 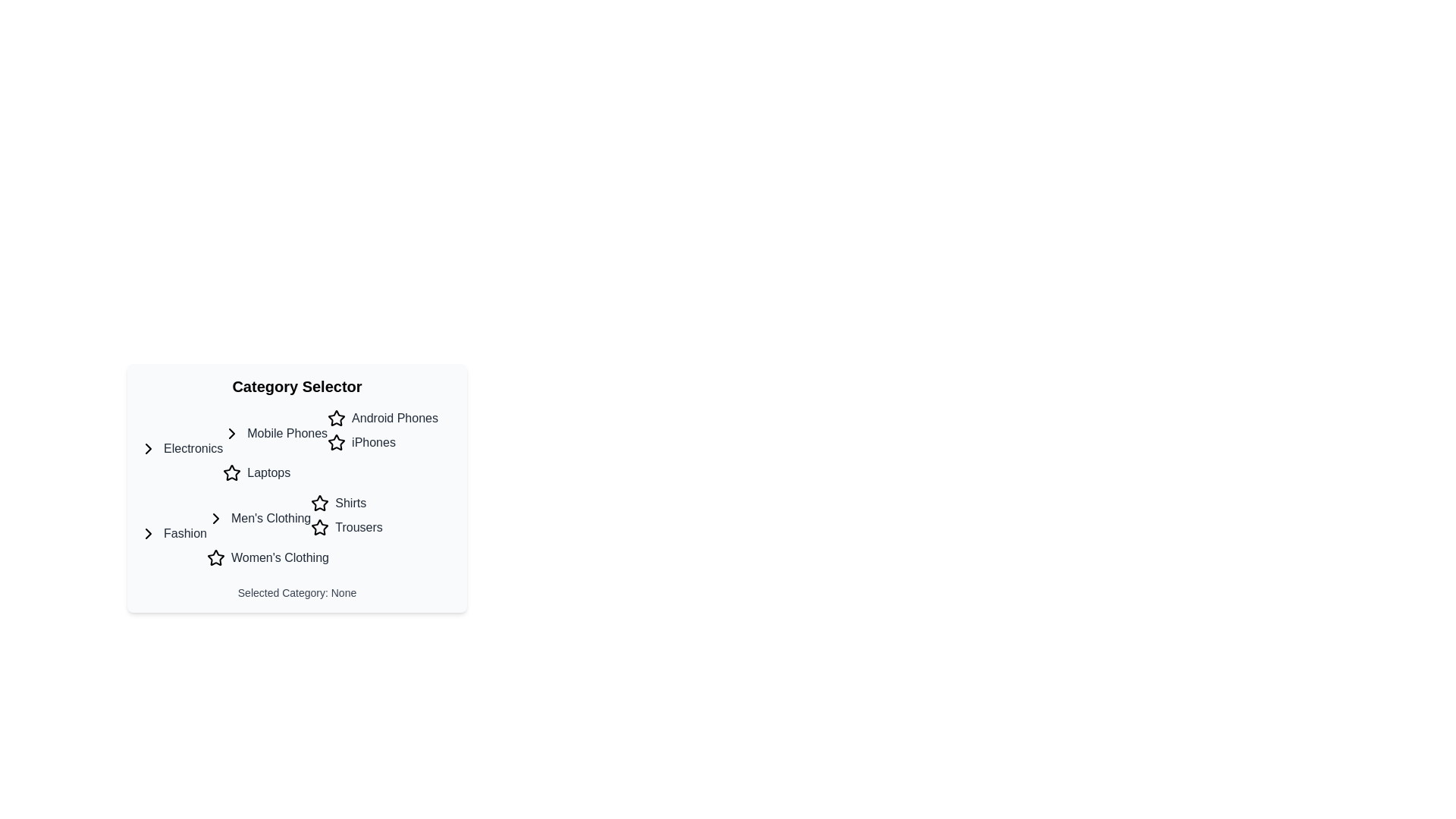 What do you see at coordinates (382, 442) in the screenshot?
I see `the clickable list item labeled 'iPhones' with a star-shaped icon, located in the 'Mobile Phones' category under 'Android Phones'` at bounding box center [382, 442].